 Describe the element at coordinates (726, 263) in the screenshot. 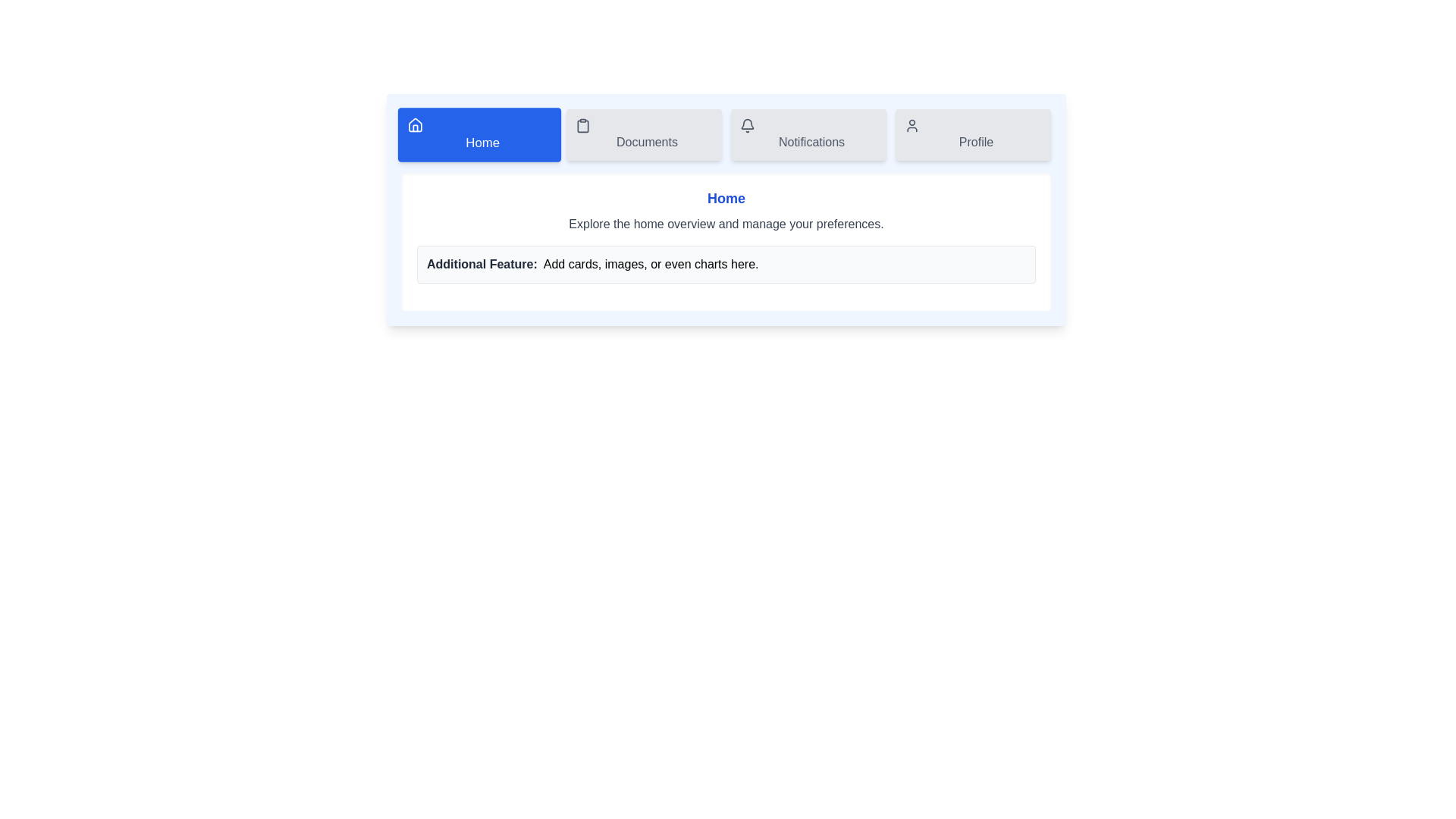

I see `the 'Additional Feature' section to interact with its content` at that location.